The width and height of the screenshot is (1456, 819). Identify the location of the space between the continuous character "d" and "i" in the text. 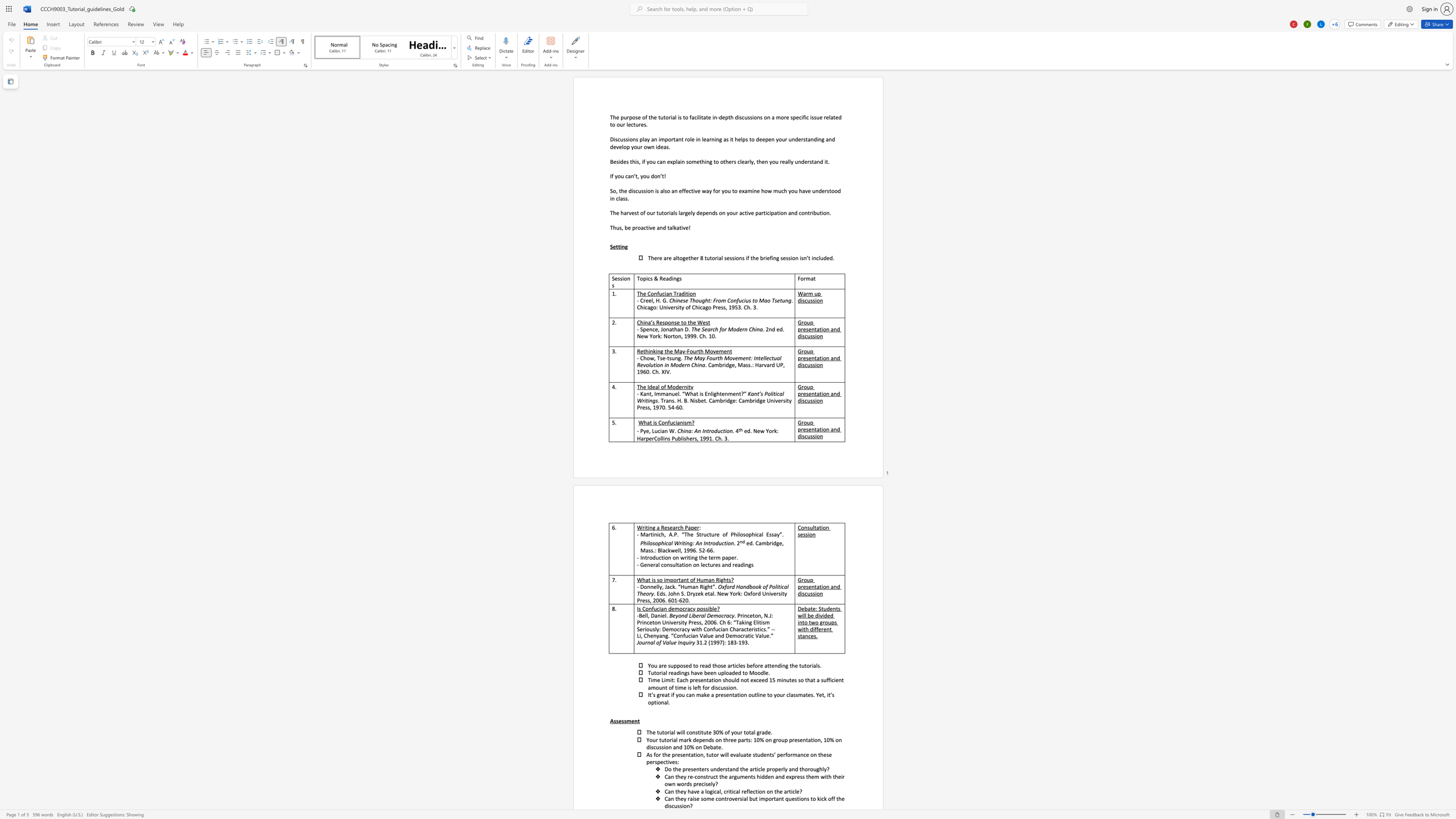
(671, 278).